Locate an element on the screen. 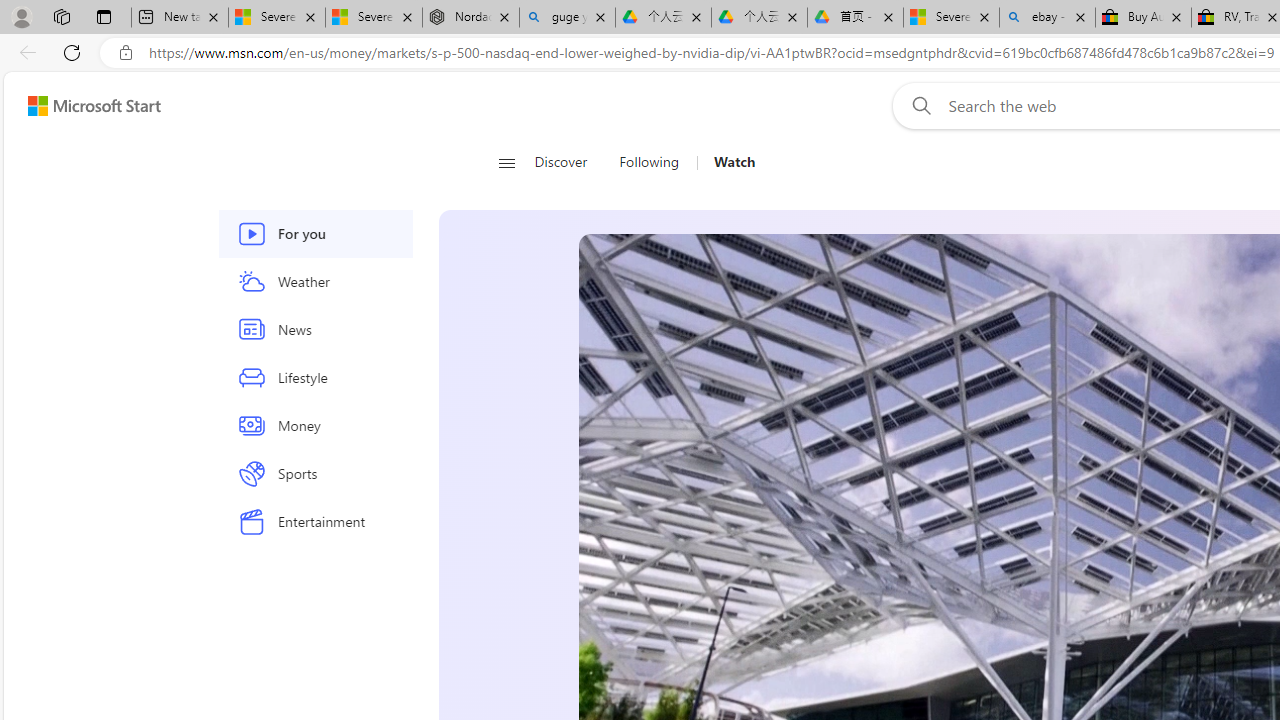 The width and height of the screenshot is (1280, 720). 'Skip to content' is located at coordinates (86, 105).